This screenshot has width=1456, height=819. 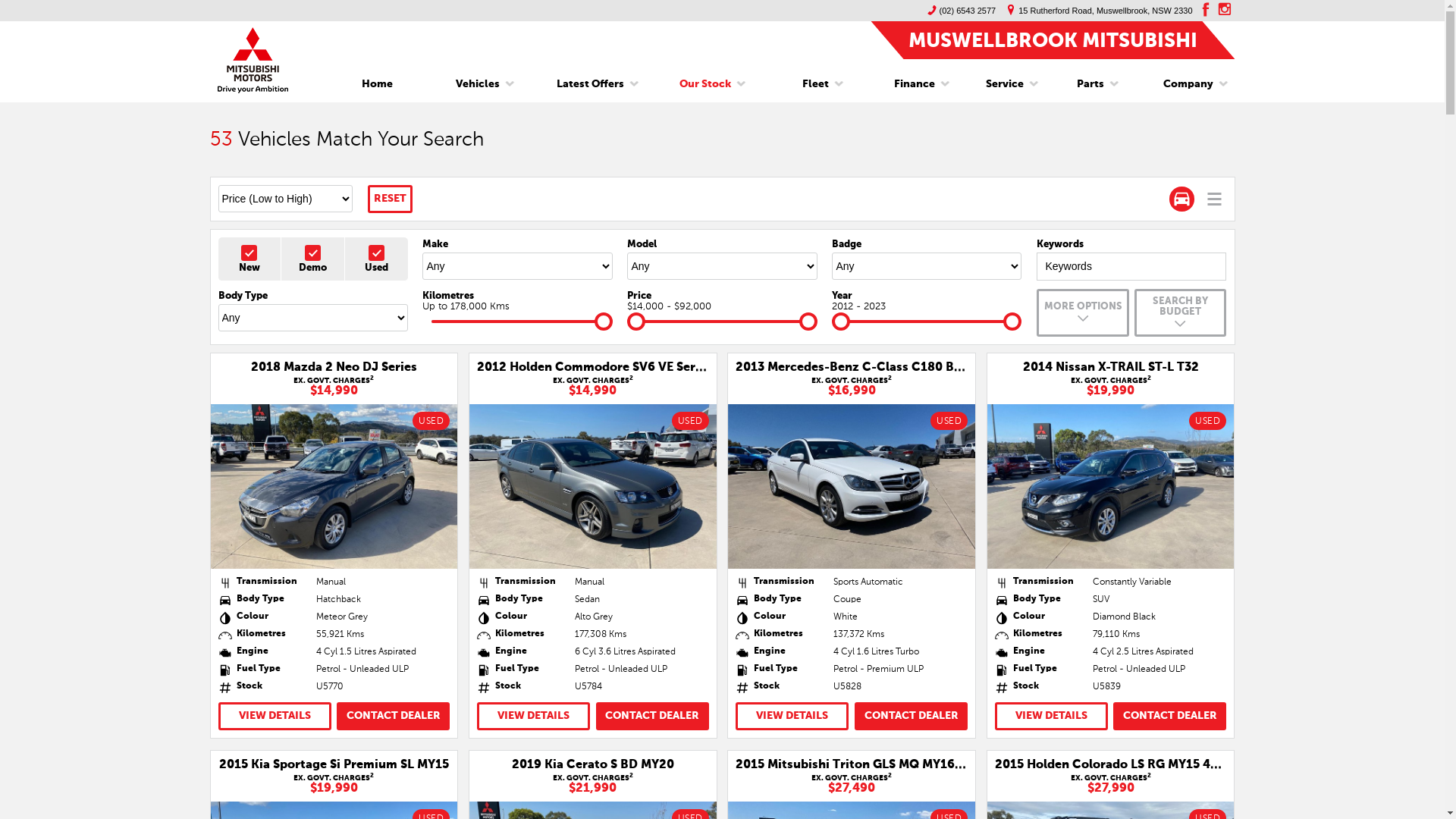 What do you see at coordinates (1052, 39) in the screenshot?
I see `'MUSWELLBROOK MITSUBISHI'` at bounding box center [1052, 39].